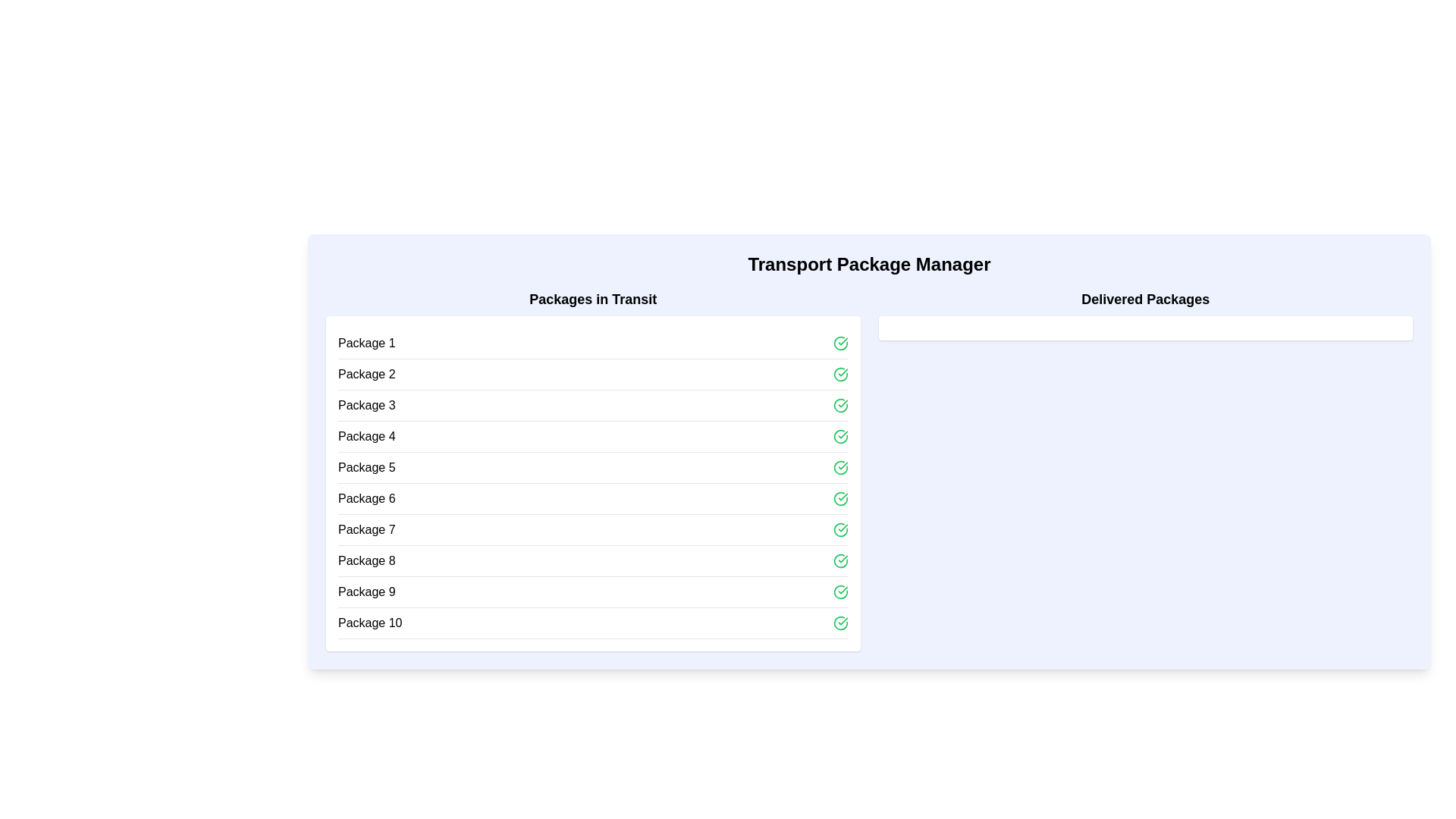  I want to click on the icon indicating the completion status of 'Package 10' in the 'Packages in Transit' section, located in the bottom-right corner of the row, so click(839, 623).